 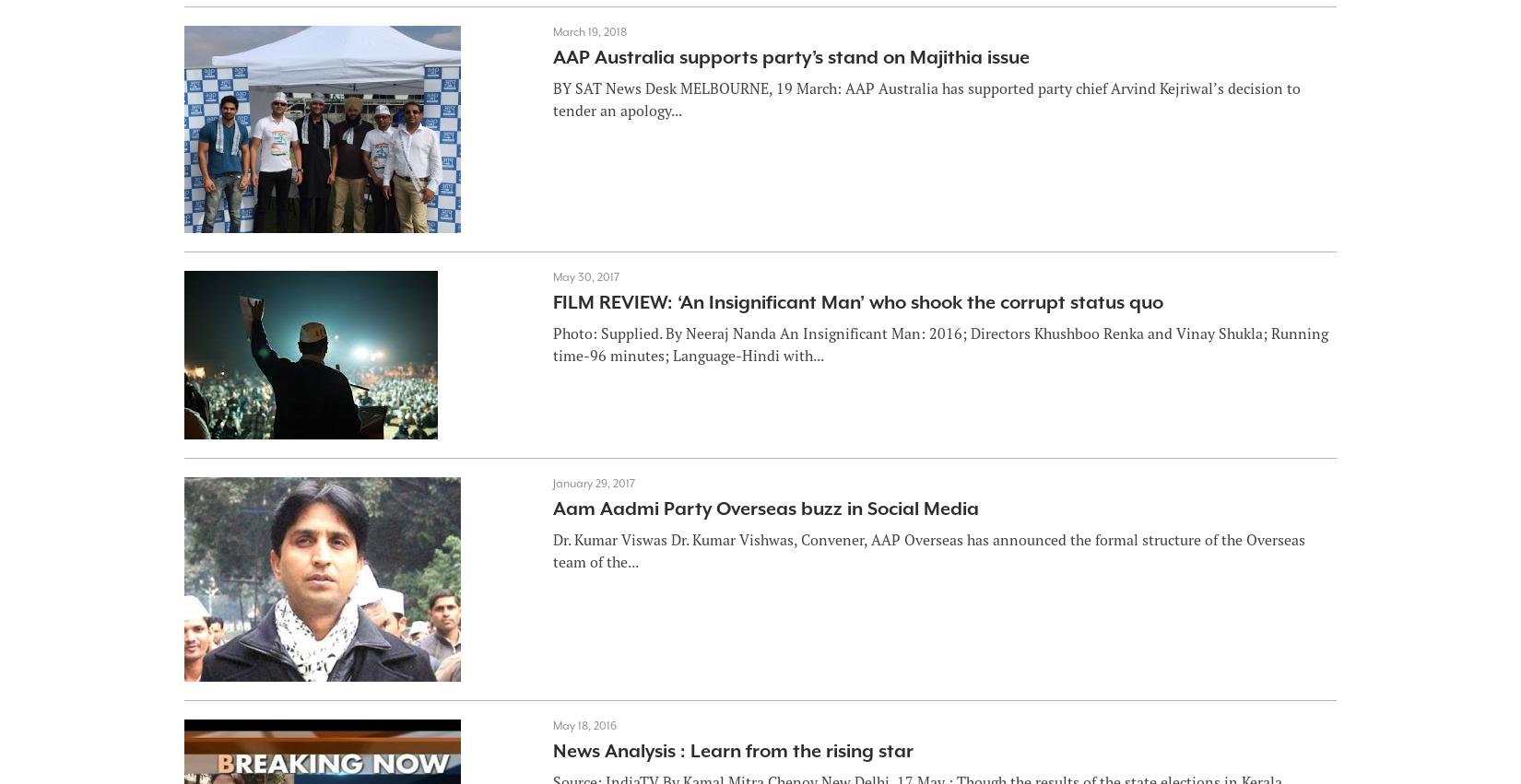 I want to click on 'AAP Australia supports party’s stand on Majithia issue', so click(x=790, y=57).